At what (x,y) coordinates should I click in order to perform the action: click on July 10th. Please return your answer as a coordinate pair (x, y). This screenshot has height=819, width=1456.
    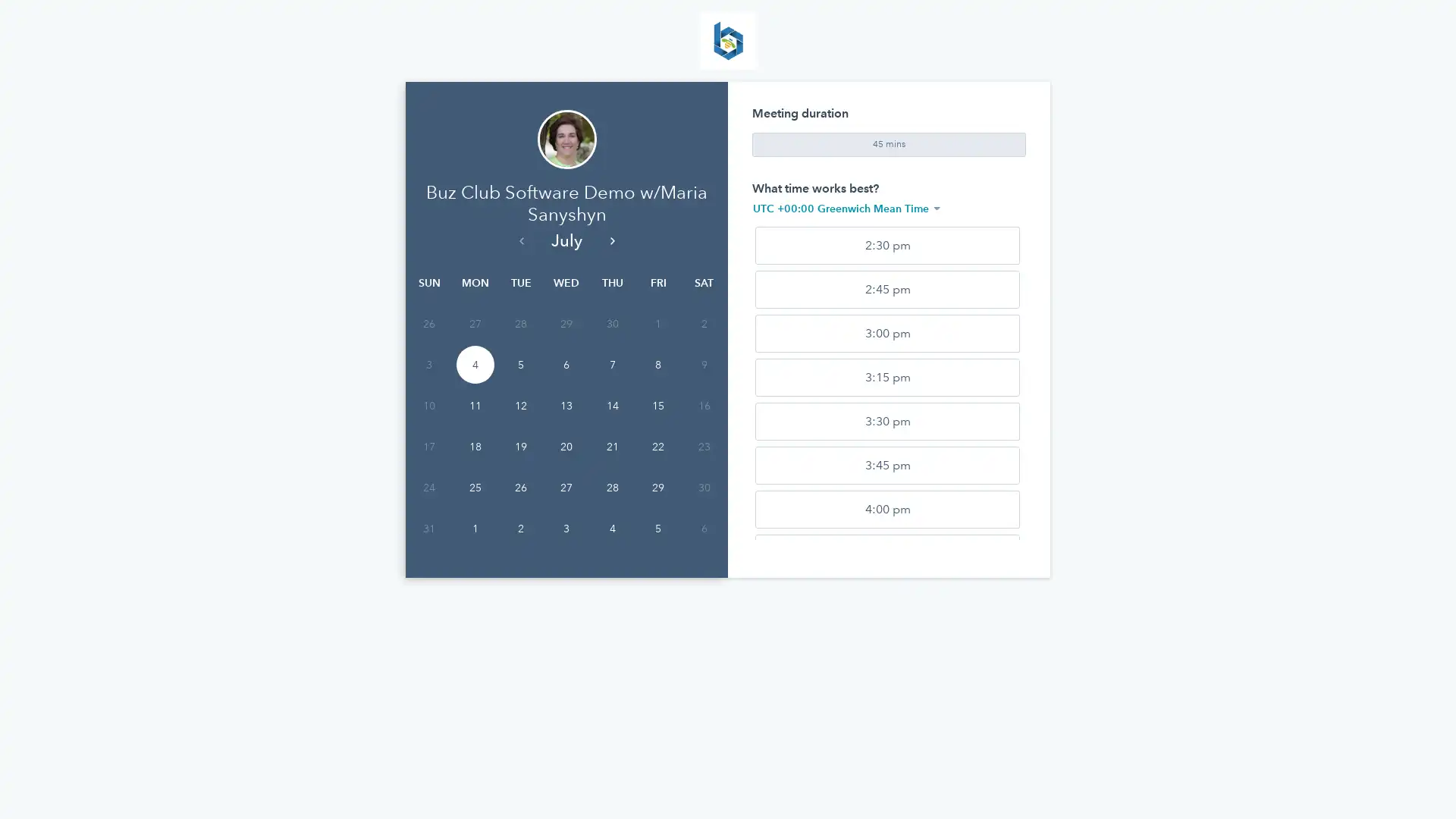
    Looking at the image, I should click on (428, 405).